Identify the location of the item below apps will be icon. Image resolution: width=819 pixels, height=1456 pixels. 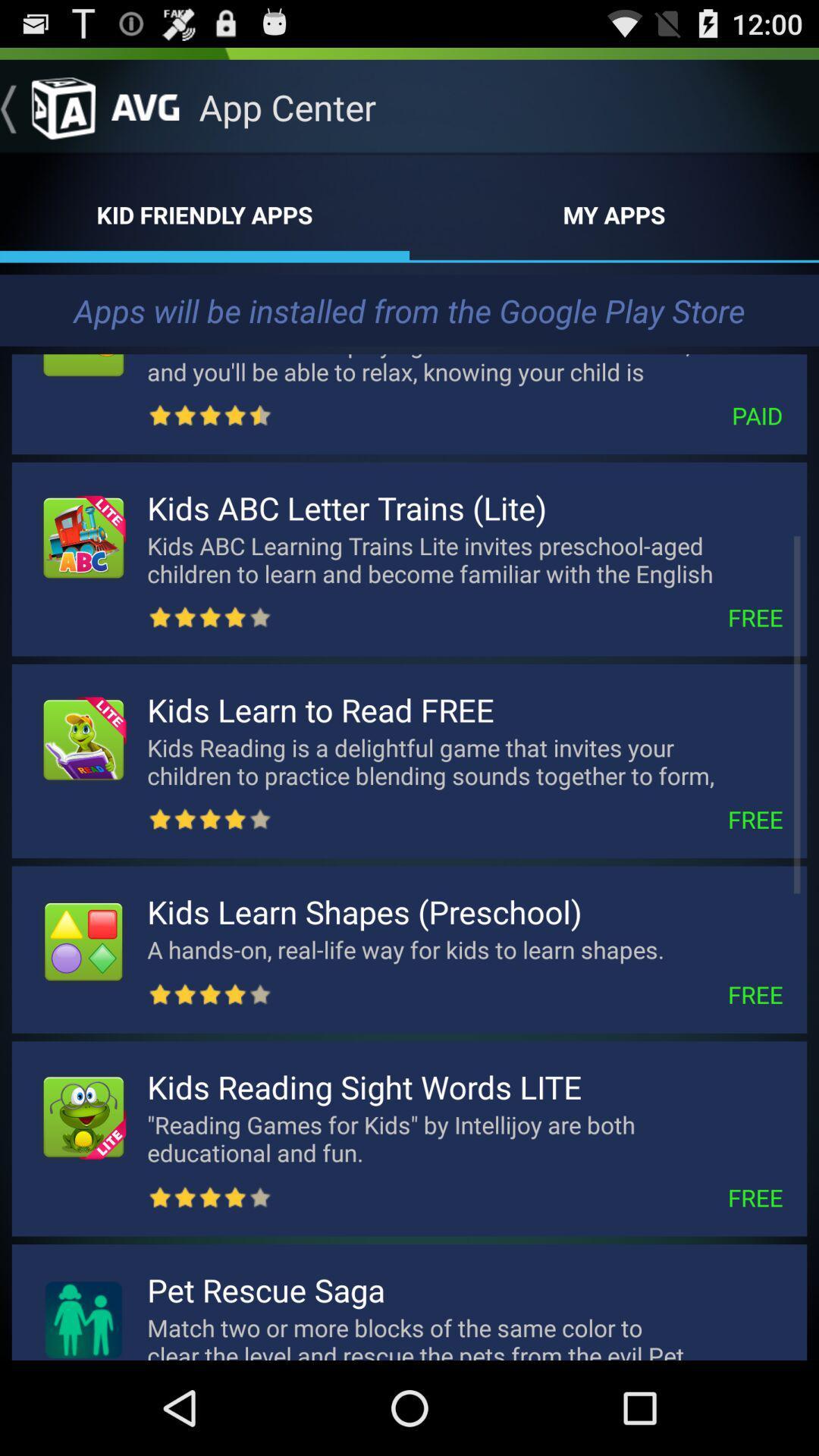
(464, 366).